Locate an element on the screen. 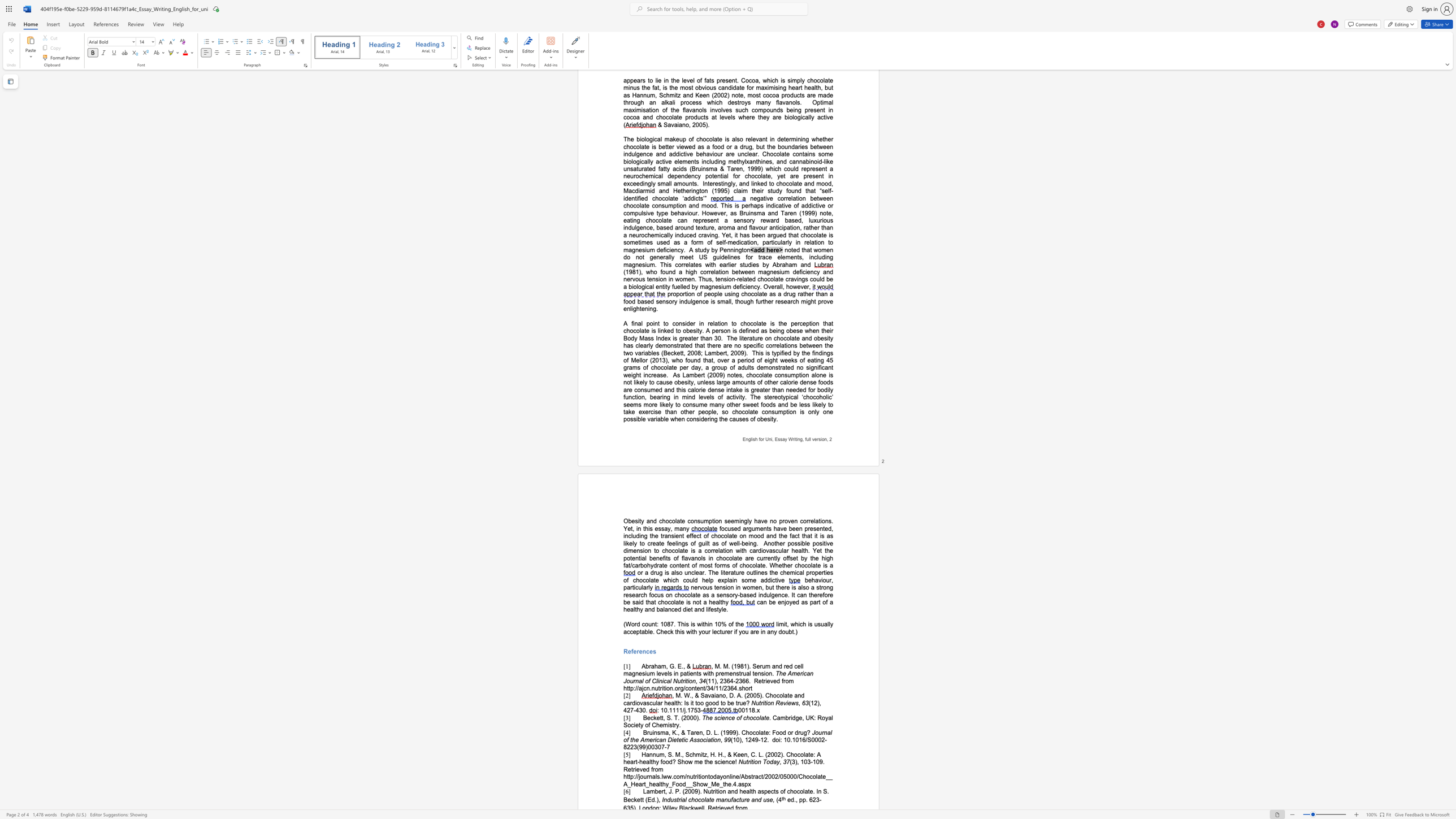 This screenshot has height=819, width=1456. the subset text "its of flavanols in" within the text "Another possible positive dimension to chocolate is a correlation with cardiovascular health. Yet the potential benefits of flavanols in chocolate are currently offset by the high fat/carbohydrate content of most forms of chocolate." is located at coordinates (664, 558).